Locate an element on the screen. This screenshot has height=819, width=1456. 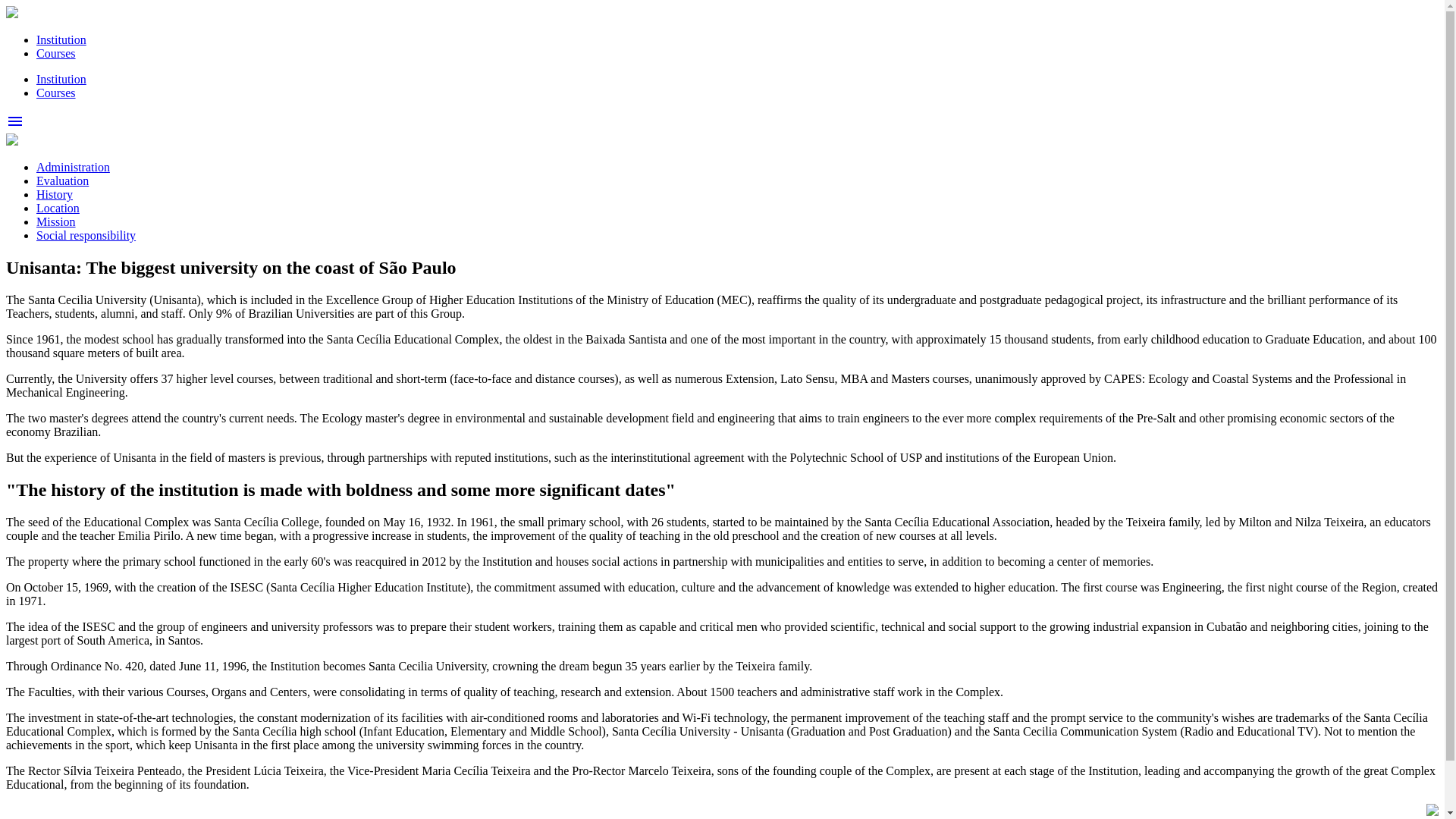
'Institution' is located at coordinates (36, 39).